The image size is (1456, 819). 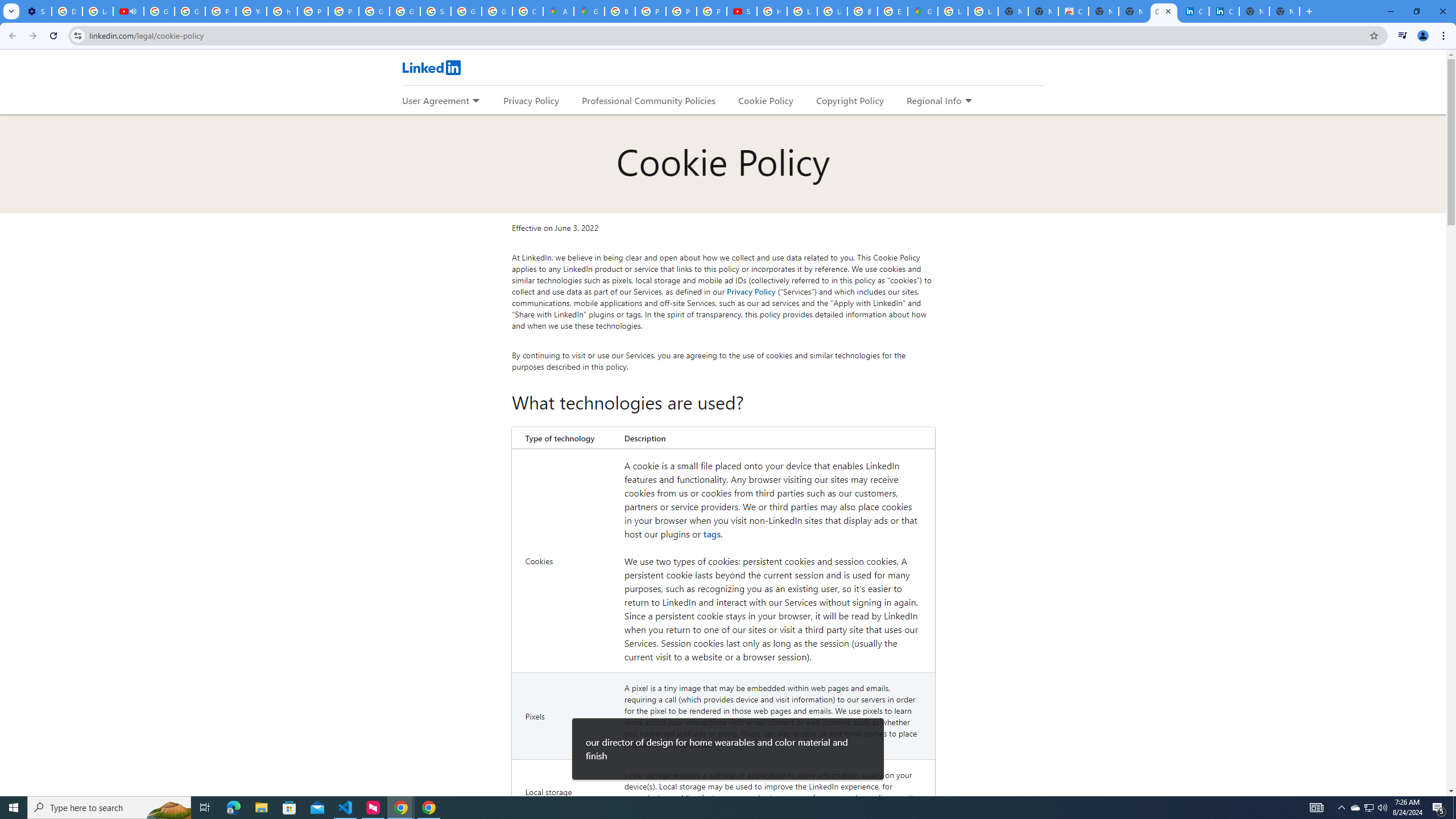 I want to click on 'Subscriptions - YouTube', so click(x=742, y=11).